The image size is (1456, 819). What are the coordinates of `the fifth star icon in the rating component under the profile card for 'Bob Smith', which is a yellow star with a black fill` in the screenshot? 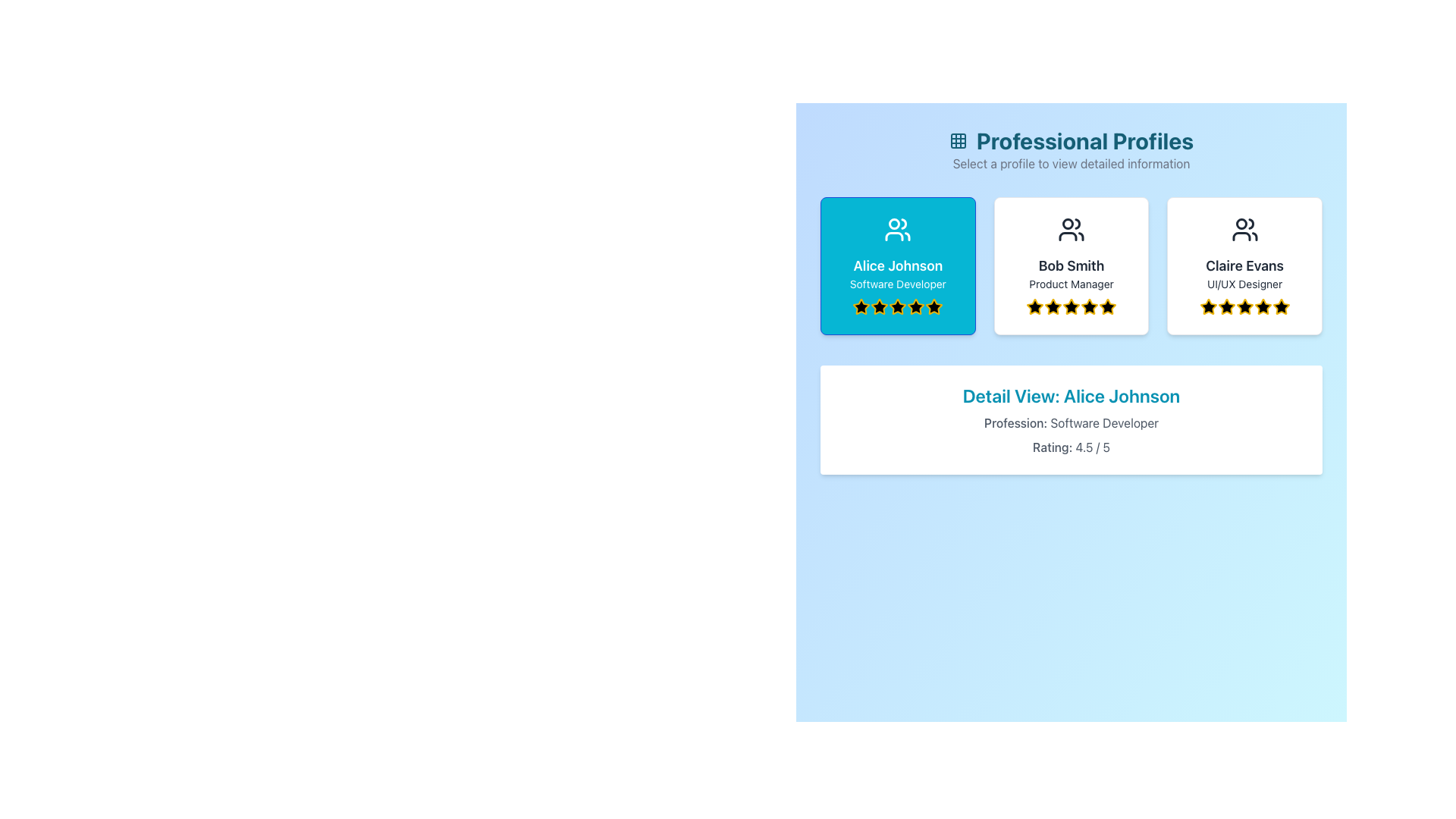 It's located at (1088, 307).